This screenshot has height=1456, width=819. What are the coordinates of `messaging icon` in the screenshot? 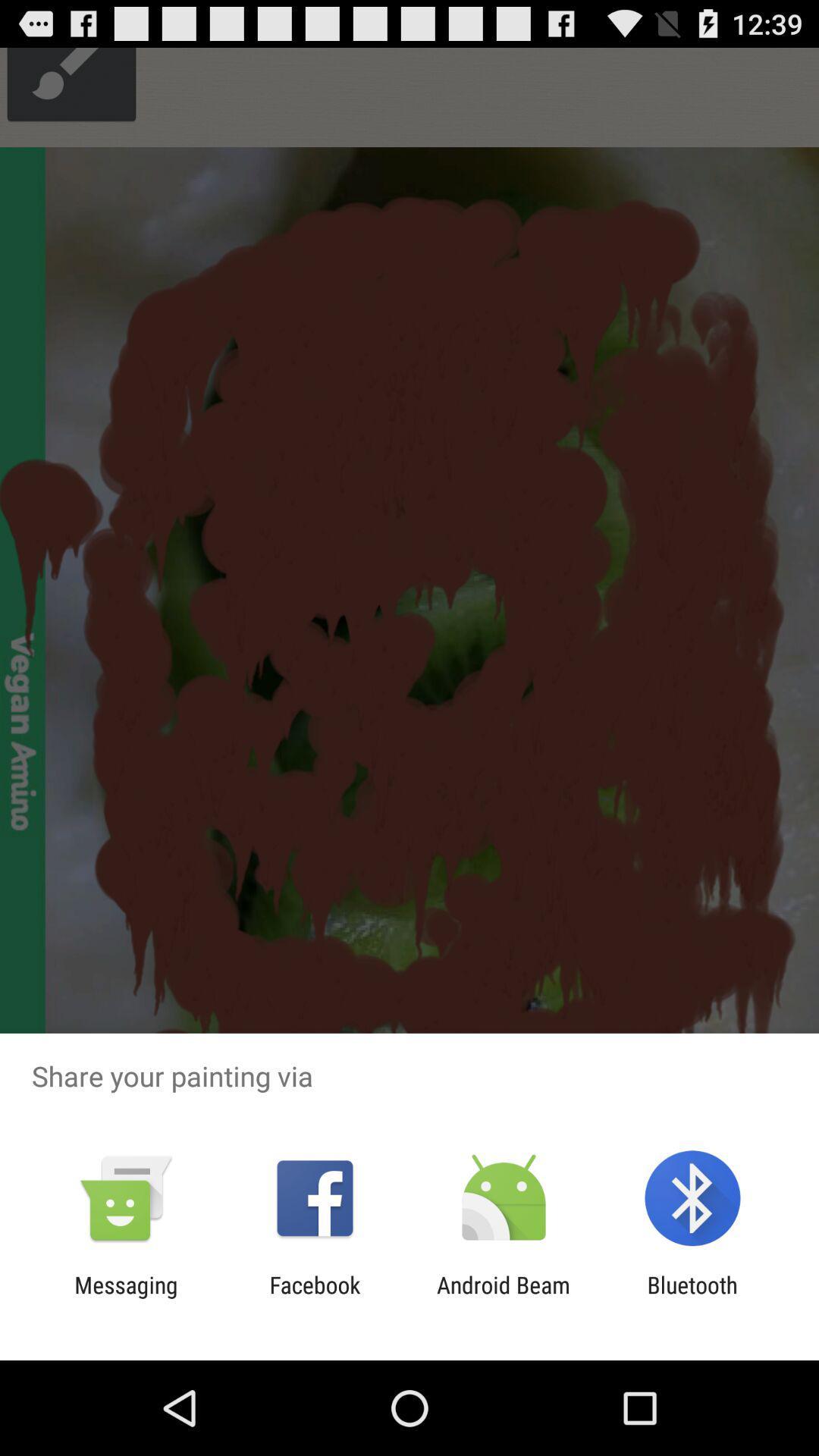 It's located at (125, 1298).